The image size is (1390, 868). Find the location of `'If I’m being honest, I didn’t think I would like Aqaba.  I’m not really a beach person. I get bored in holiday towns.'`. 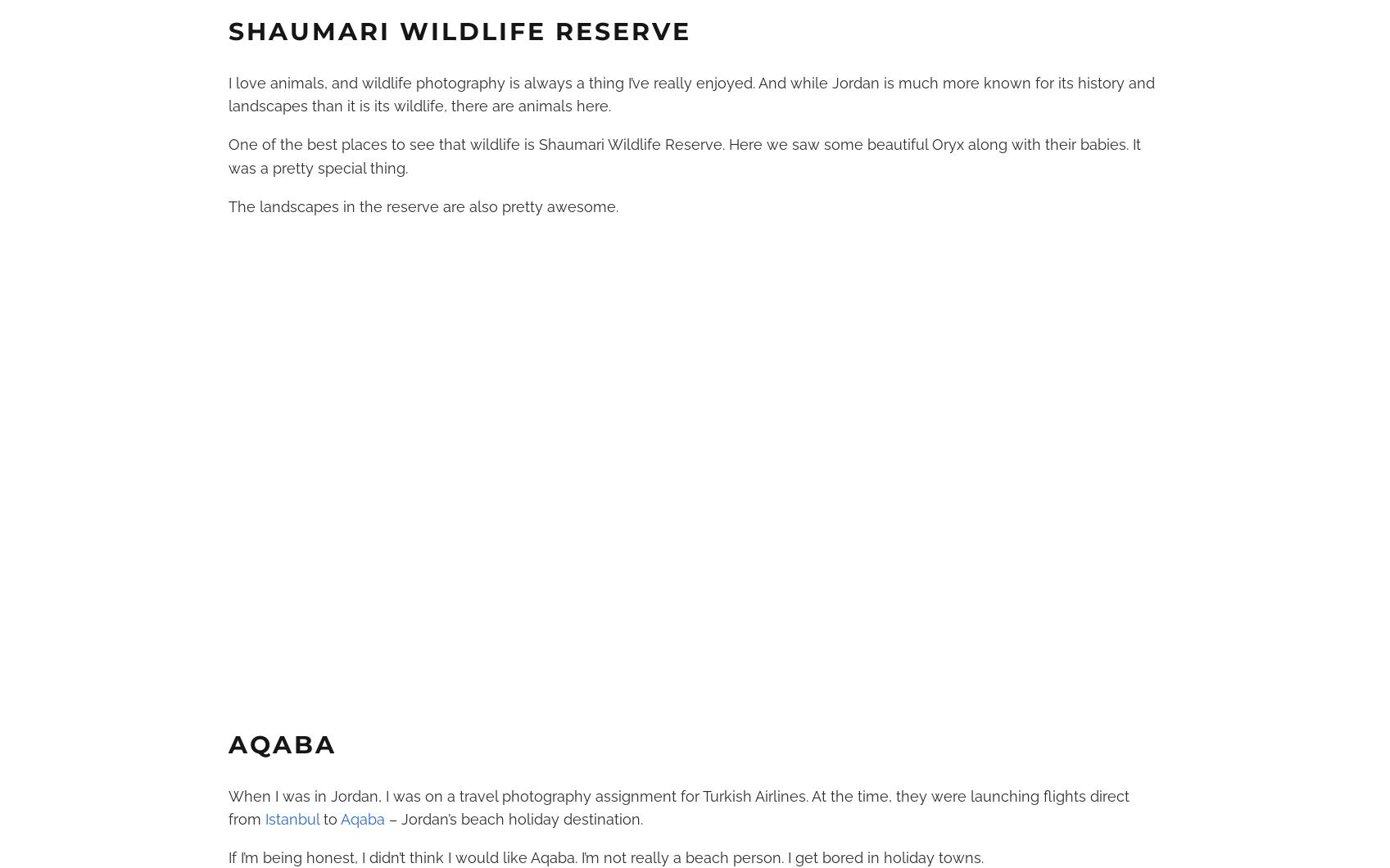

'If I’m being honest, I didn’t think I would like Aqaba.  I’m not really a beach person. I get bored in holiday towns.' is located at coordinates (226, 857).